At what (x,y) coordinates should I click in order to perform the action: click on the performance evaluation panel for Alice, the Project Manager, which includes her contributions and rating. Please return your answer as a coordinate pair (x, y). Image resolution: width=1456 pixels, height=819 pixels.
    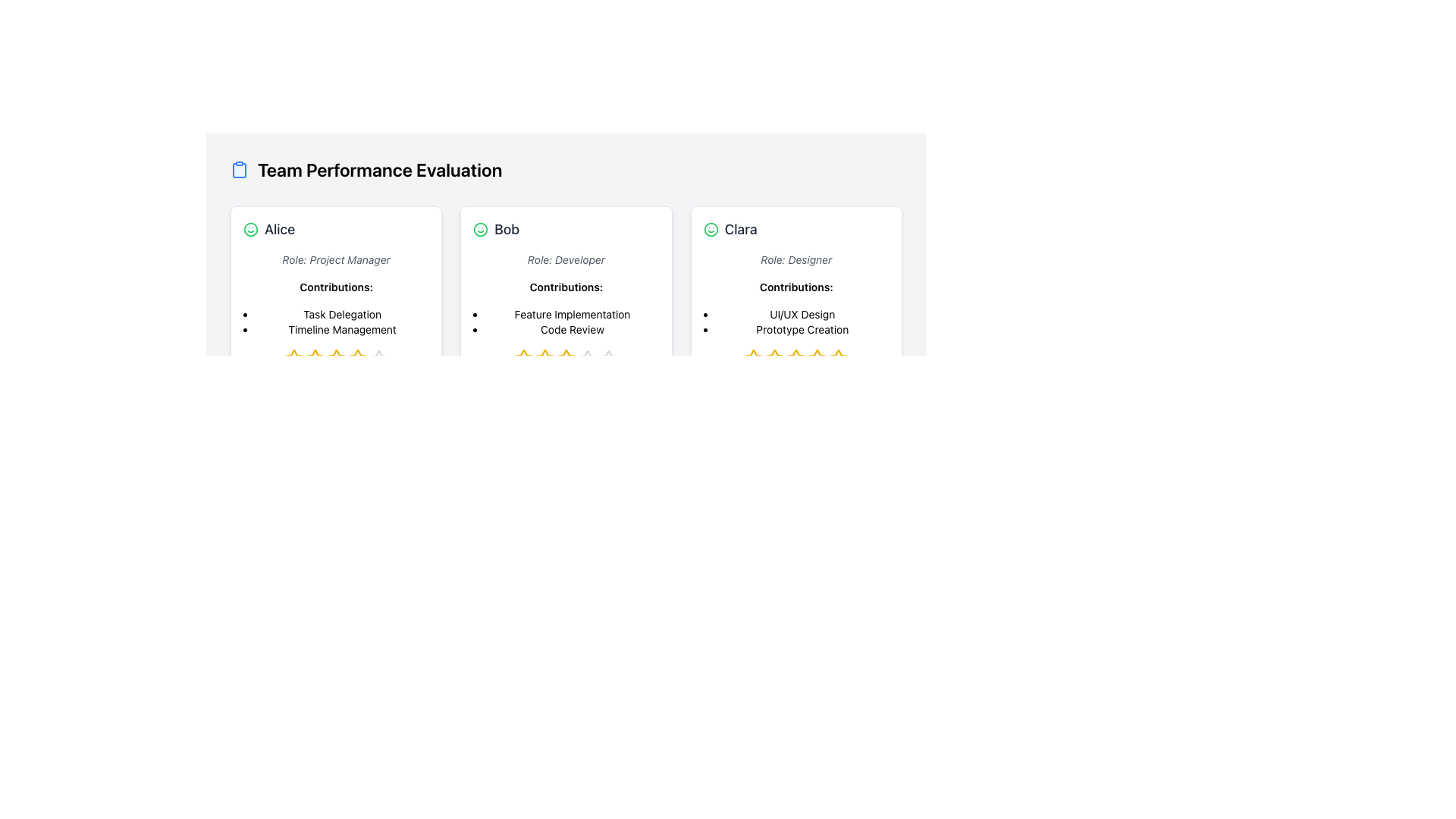
    Looking at the image, I should click on (335, 305).